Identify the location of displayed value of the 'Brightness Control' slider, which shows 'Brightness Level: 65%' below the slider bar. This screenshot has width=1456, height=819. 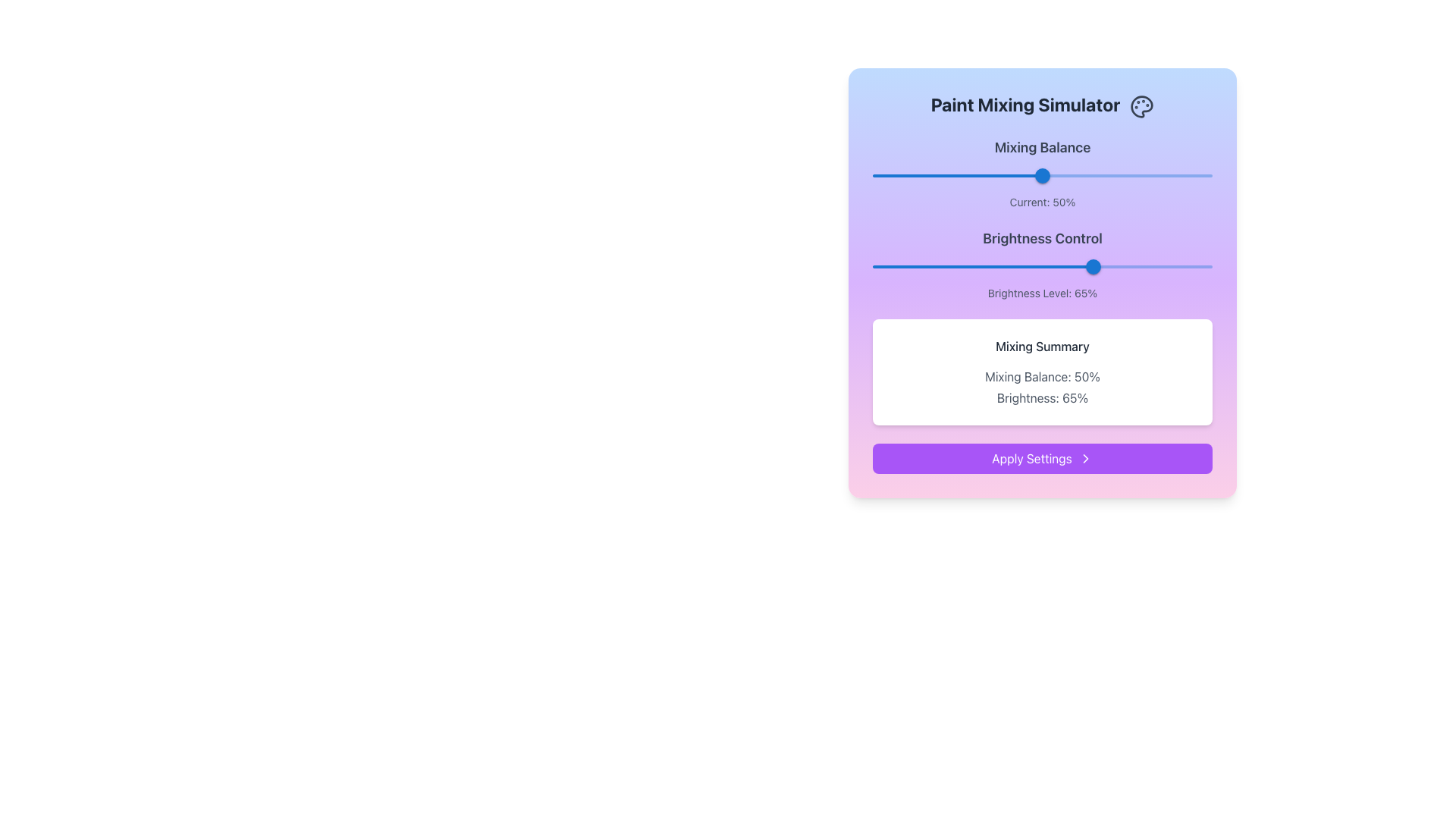
(1041, 262).